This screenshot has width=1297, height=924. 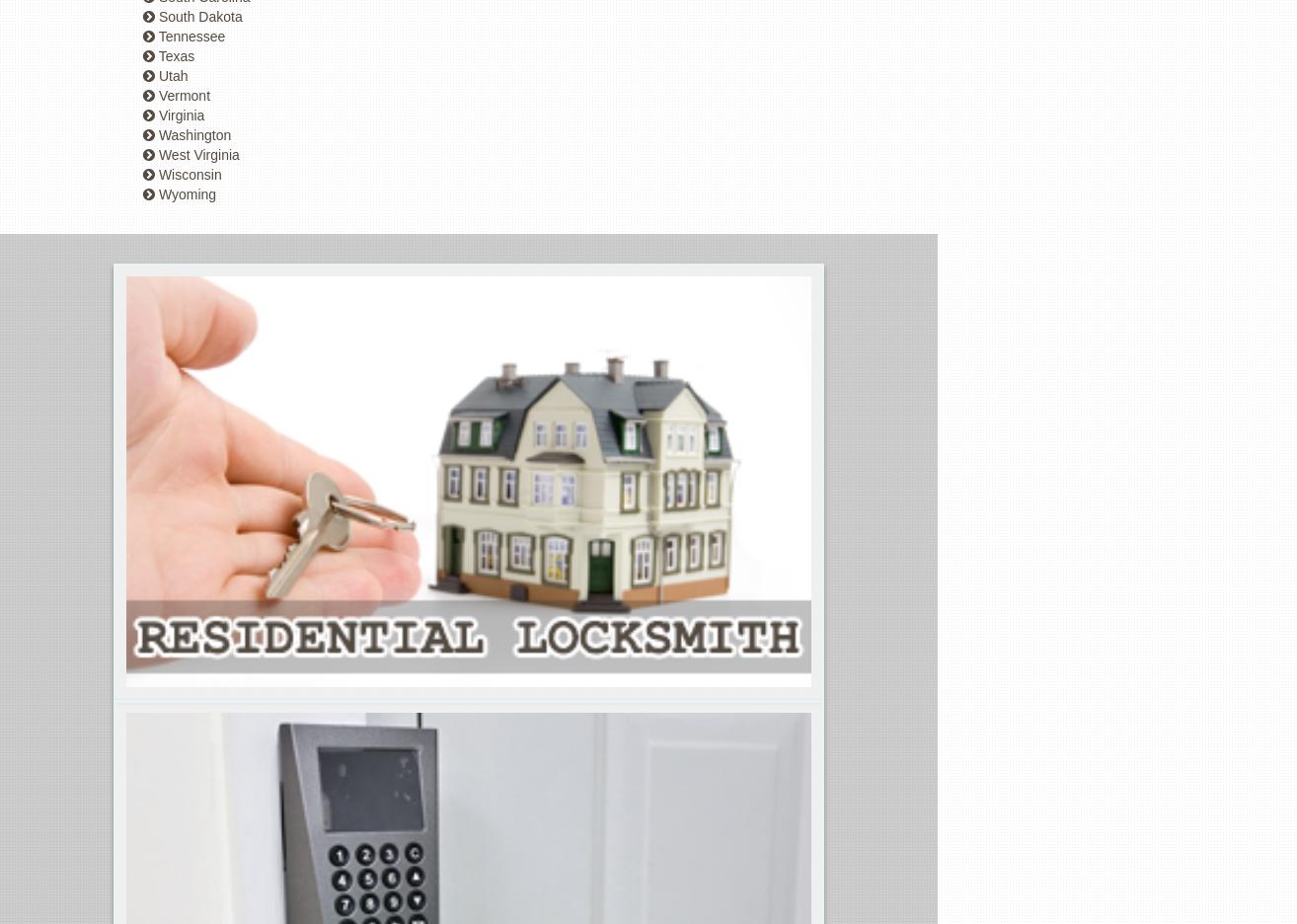 I want to click on 'West Virginia', so click(x=196, y=154).